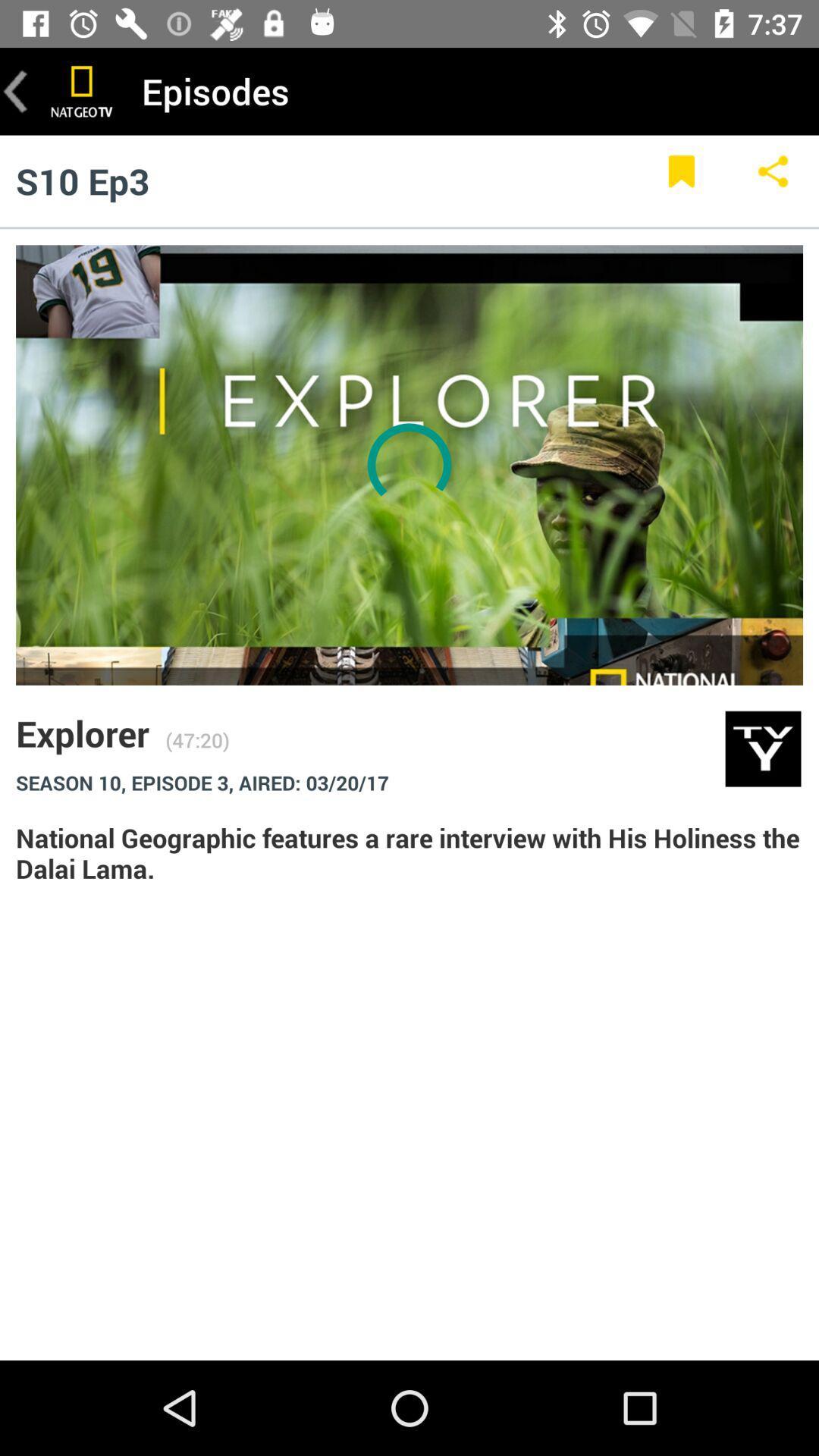 The width and height of the screenshot is (819, 1456). Describe the element at coordinates (82, 90) in the screenshot. I see `the icon next to the episodes item` at that location.